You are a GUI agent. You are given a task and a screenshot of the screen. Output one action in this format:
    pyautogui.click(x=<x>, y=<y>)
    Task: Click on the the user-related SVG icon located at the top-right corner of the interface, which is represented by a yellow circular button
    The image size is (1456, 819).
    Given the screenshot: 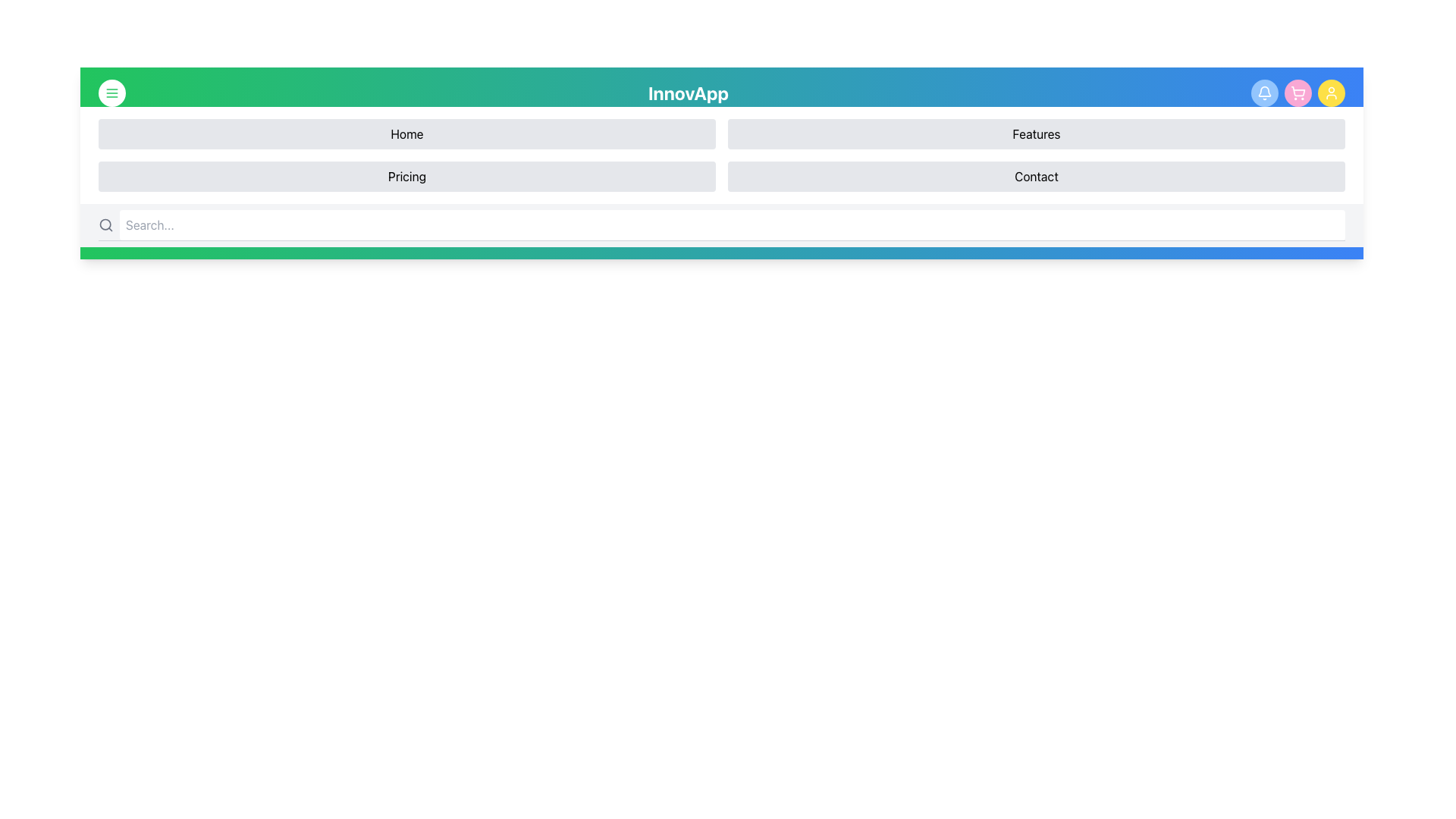 What is the action you would take?
    pyautogui.click(x=1331, y=93)
    